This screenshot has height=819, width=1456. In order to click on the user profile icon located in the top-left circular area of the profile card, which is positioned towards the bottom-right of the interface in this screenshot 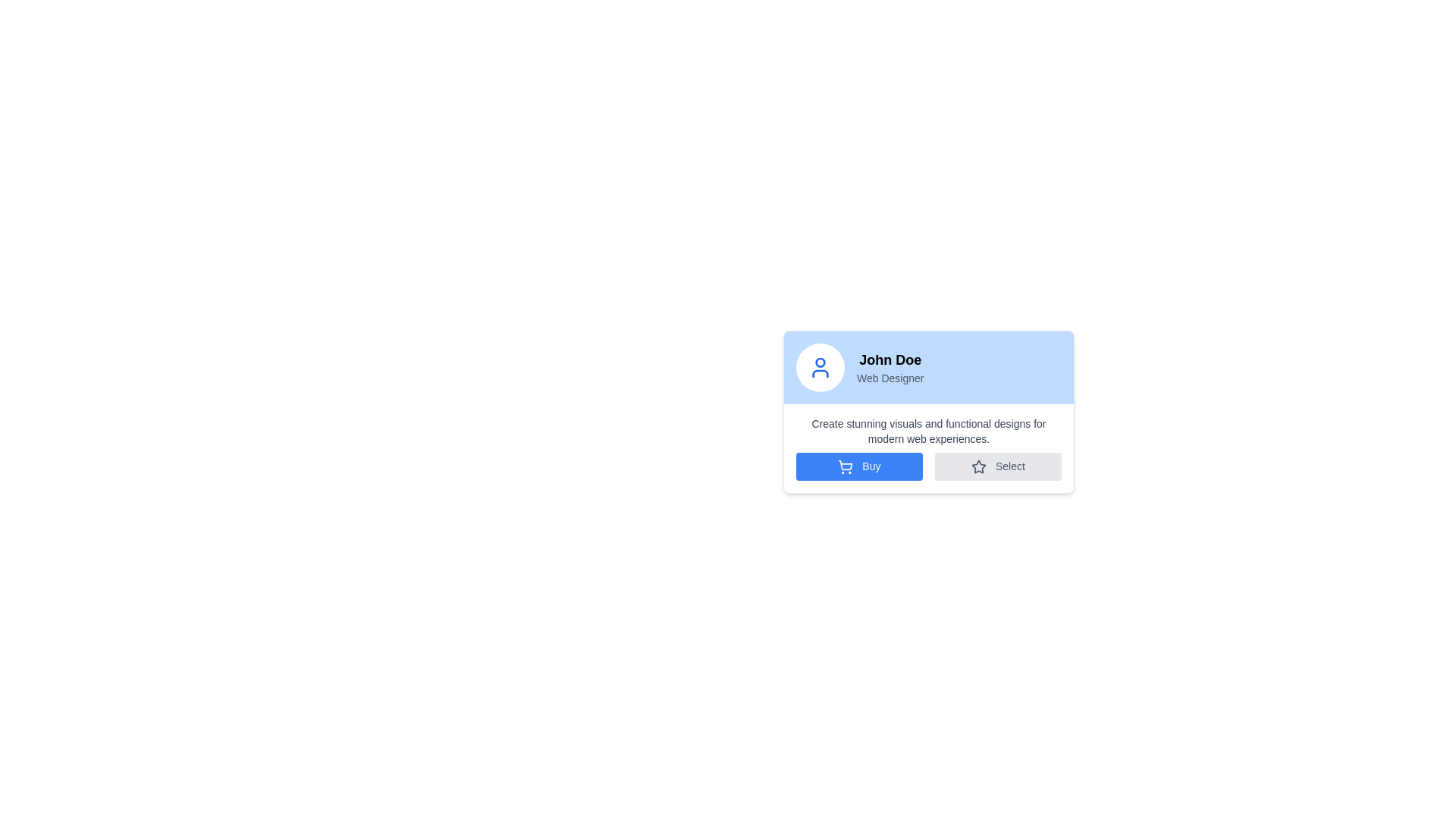, I will do `click(819, 368)`.